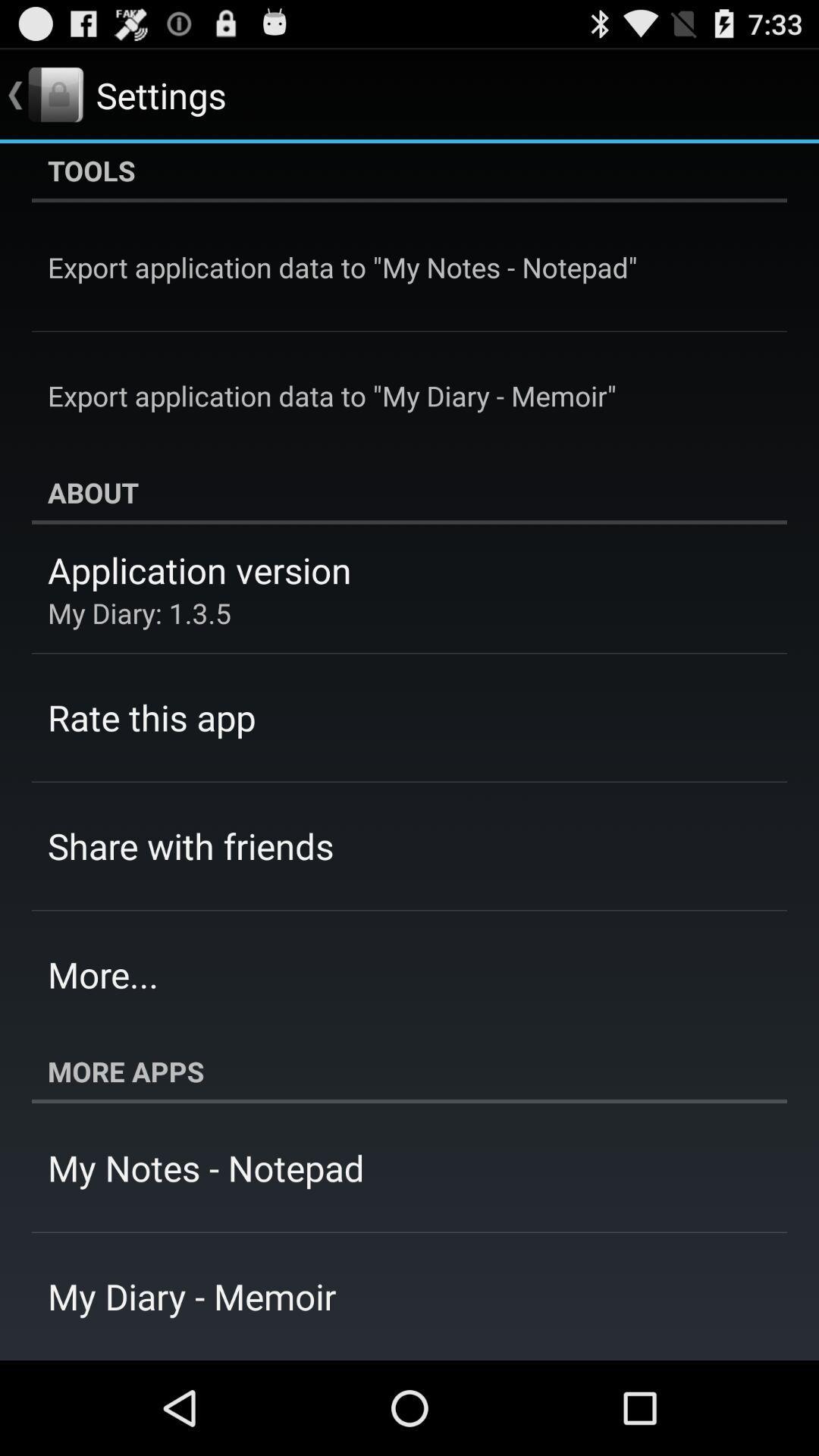 The image size is (819, 1456). I want to click on about, so click(409, 492).